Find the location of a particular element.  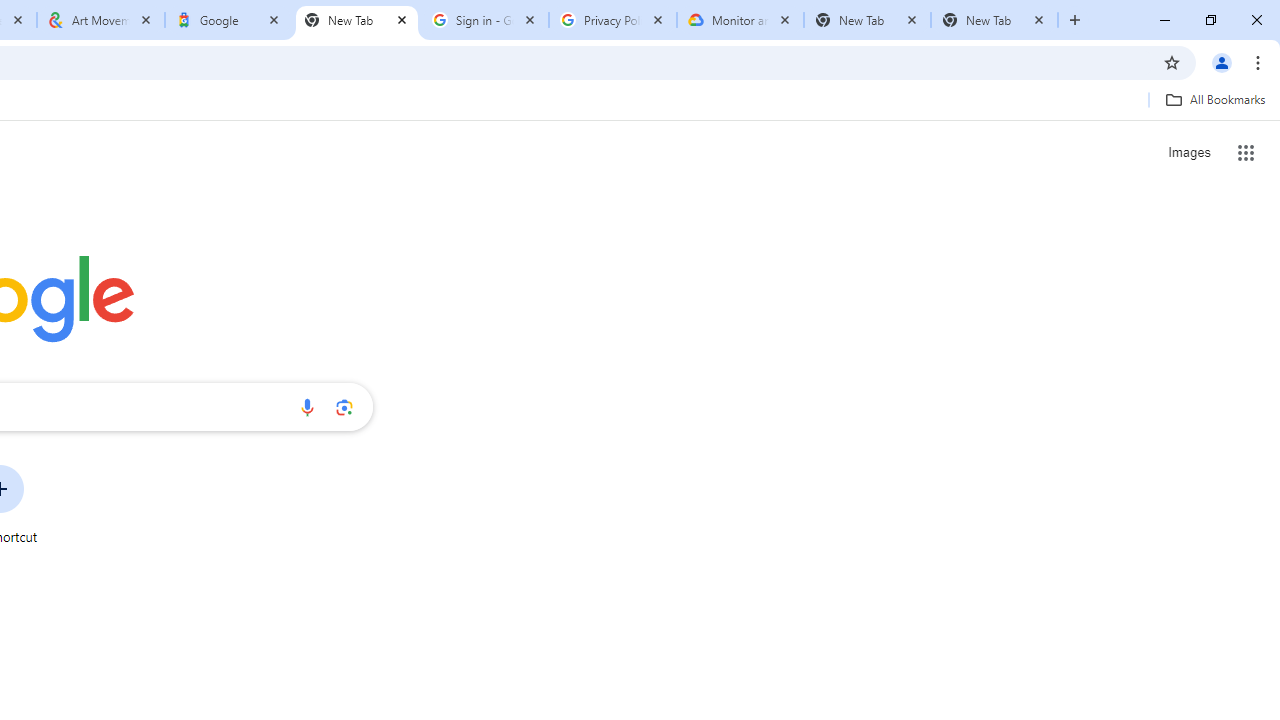

'Search by image' is located at coordinates (344, 406).